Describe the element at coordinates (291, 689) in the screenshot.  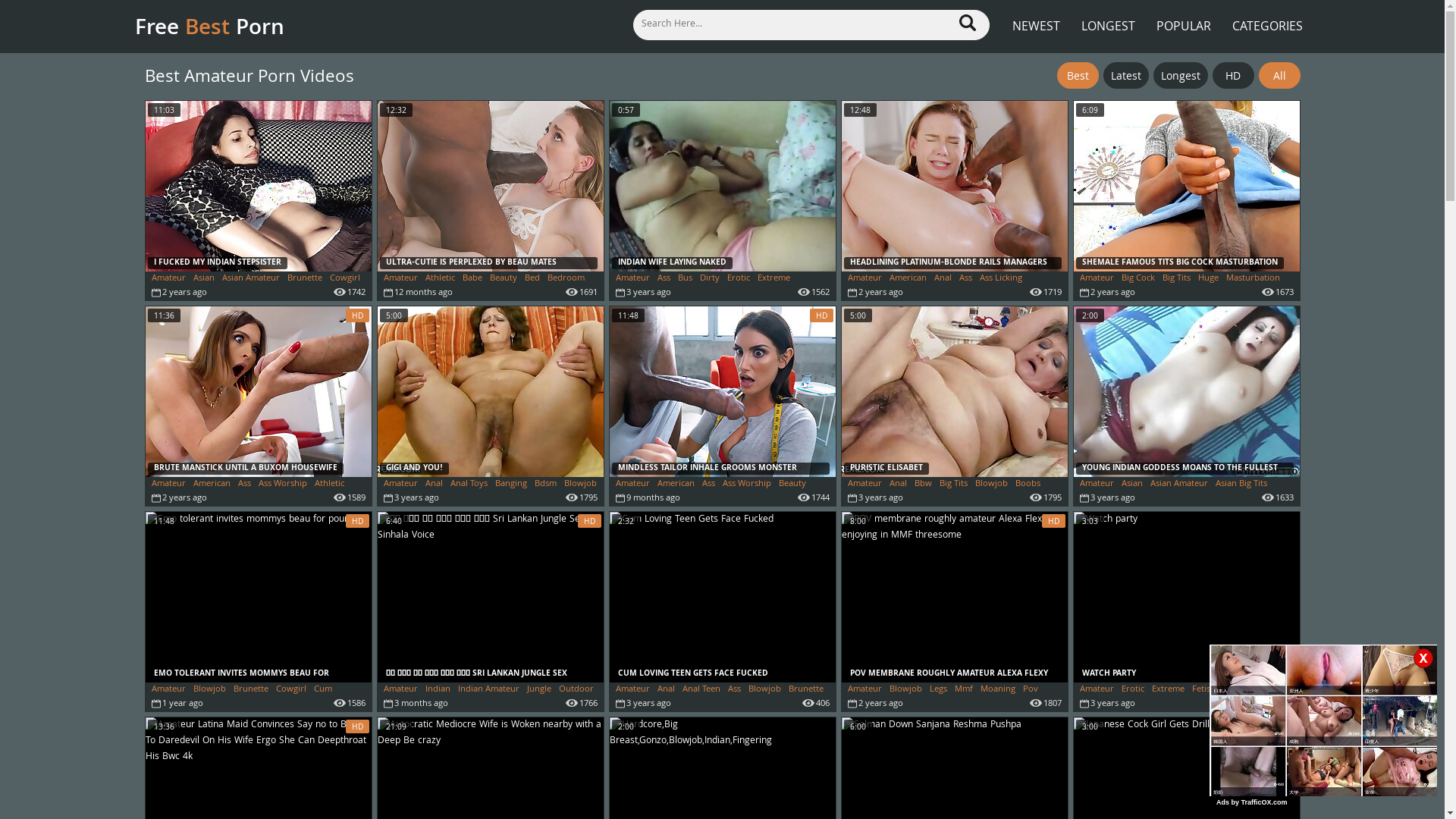
I see `'Cowgirl'` at that location.